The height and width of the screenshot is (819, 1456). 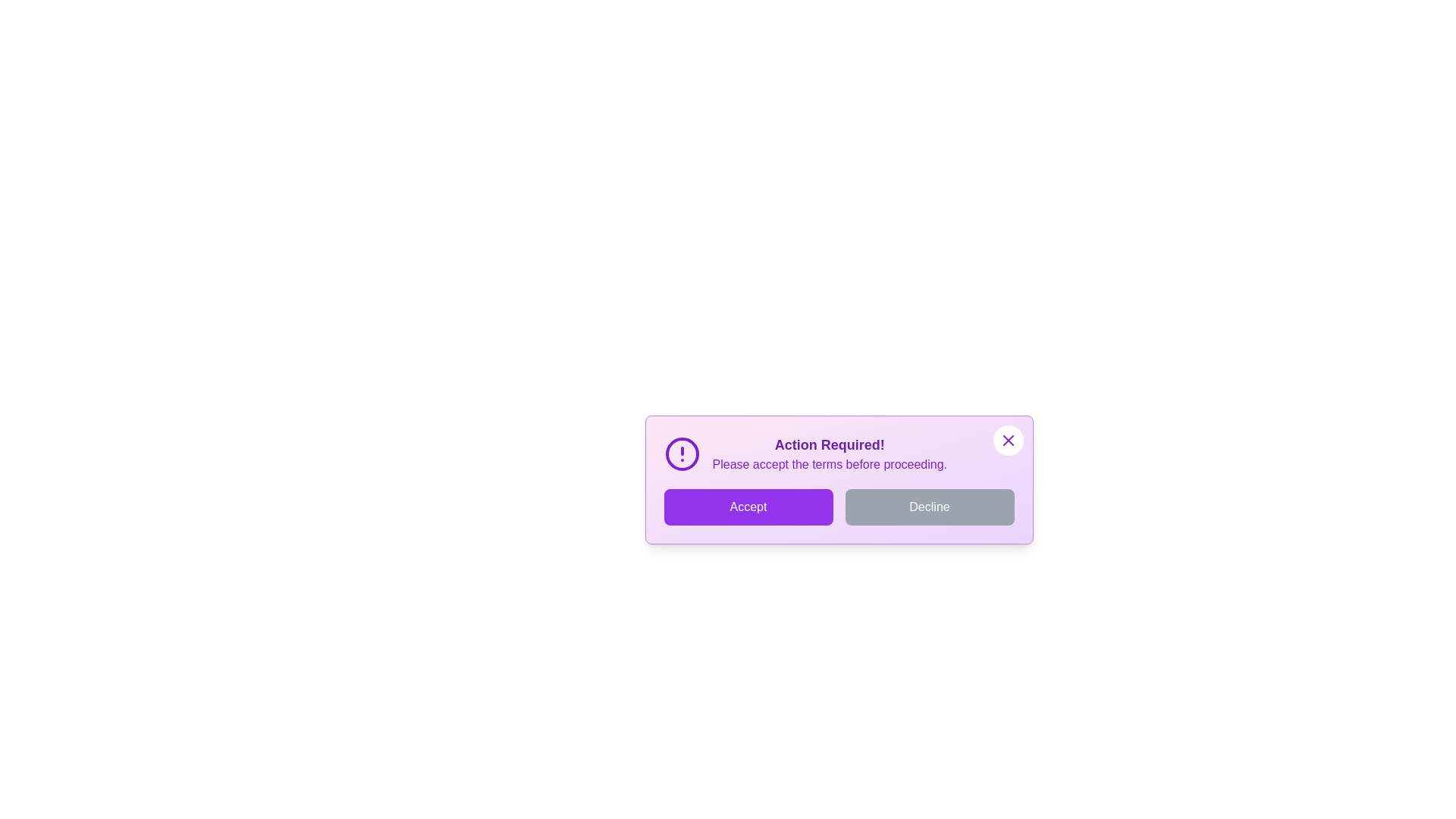 What do you see at coordinates (681, 453) in the screenshot?
I see `the icon on the left side of the alert box to inspect it` at bounding box center [681, 453].